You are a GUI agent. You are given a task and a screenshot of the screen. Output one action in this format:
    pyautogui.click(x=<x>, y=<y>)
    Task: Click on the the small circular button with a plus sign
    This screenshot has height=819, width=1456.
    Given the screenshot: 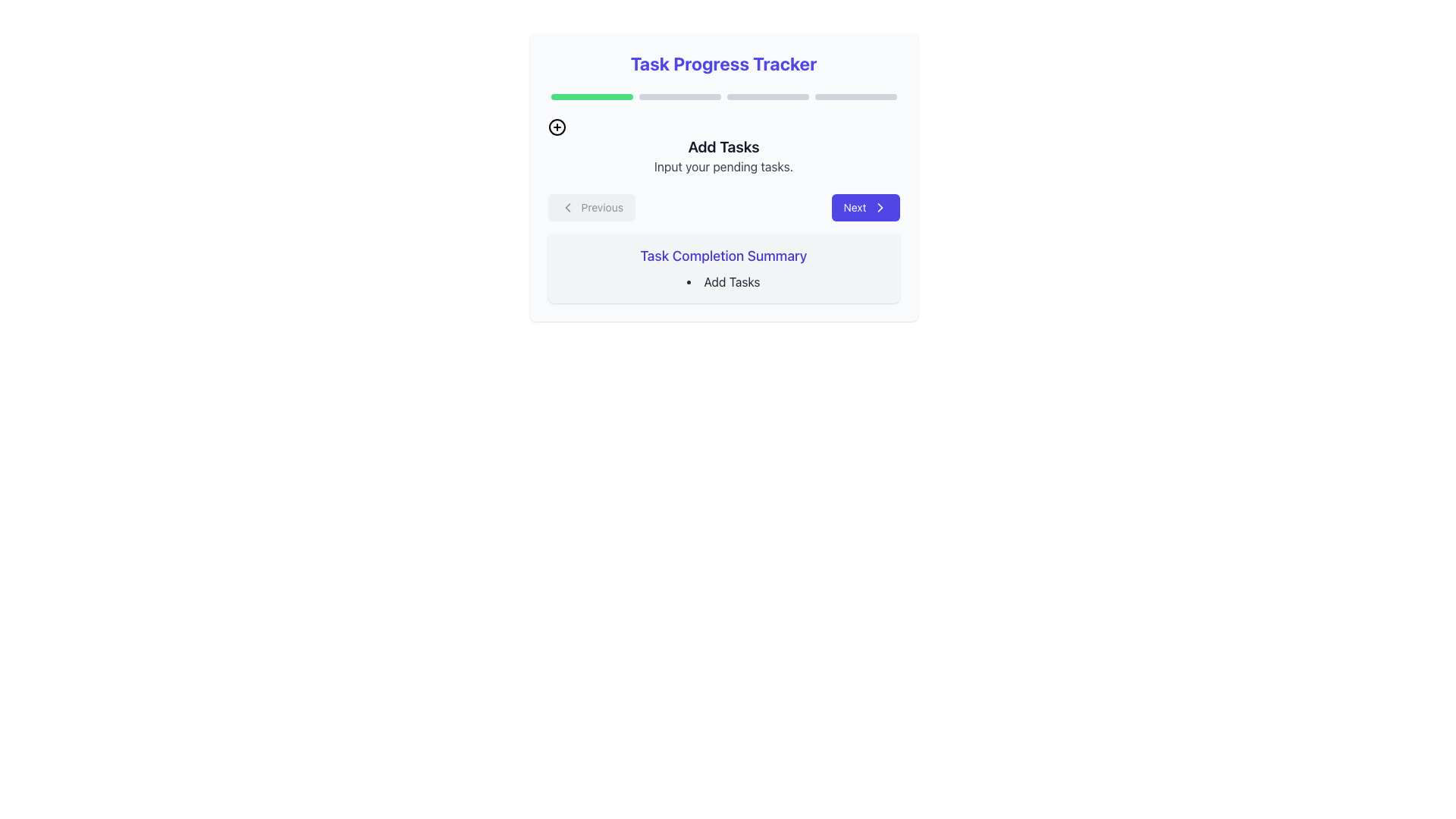 What is the action you would take?
    pyautogui.click(x=556, y=127)
    